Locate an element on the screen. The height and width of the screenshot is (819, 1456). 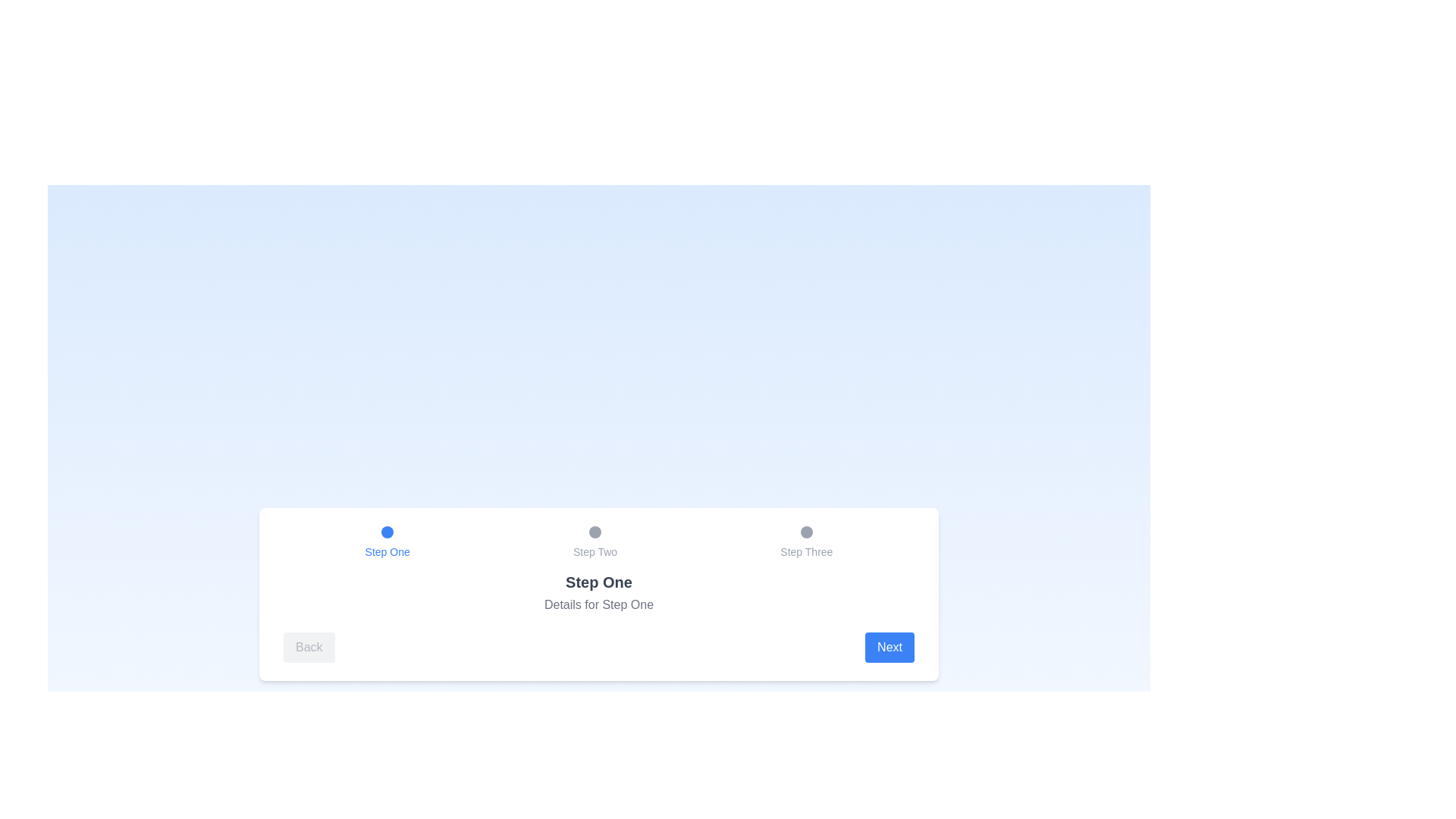
the Back button to navigate is located at coordinates (308, 647).